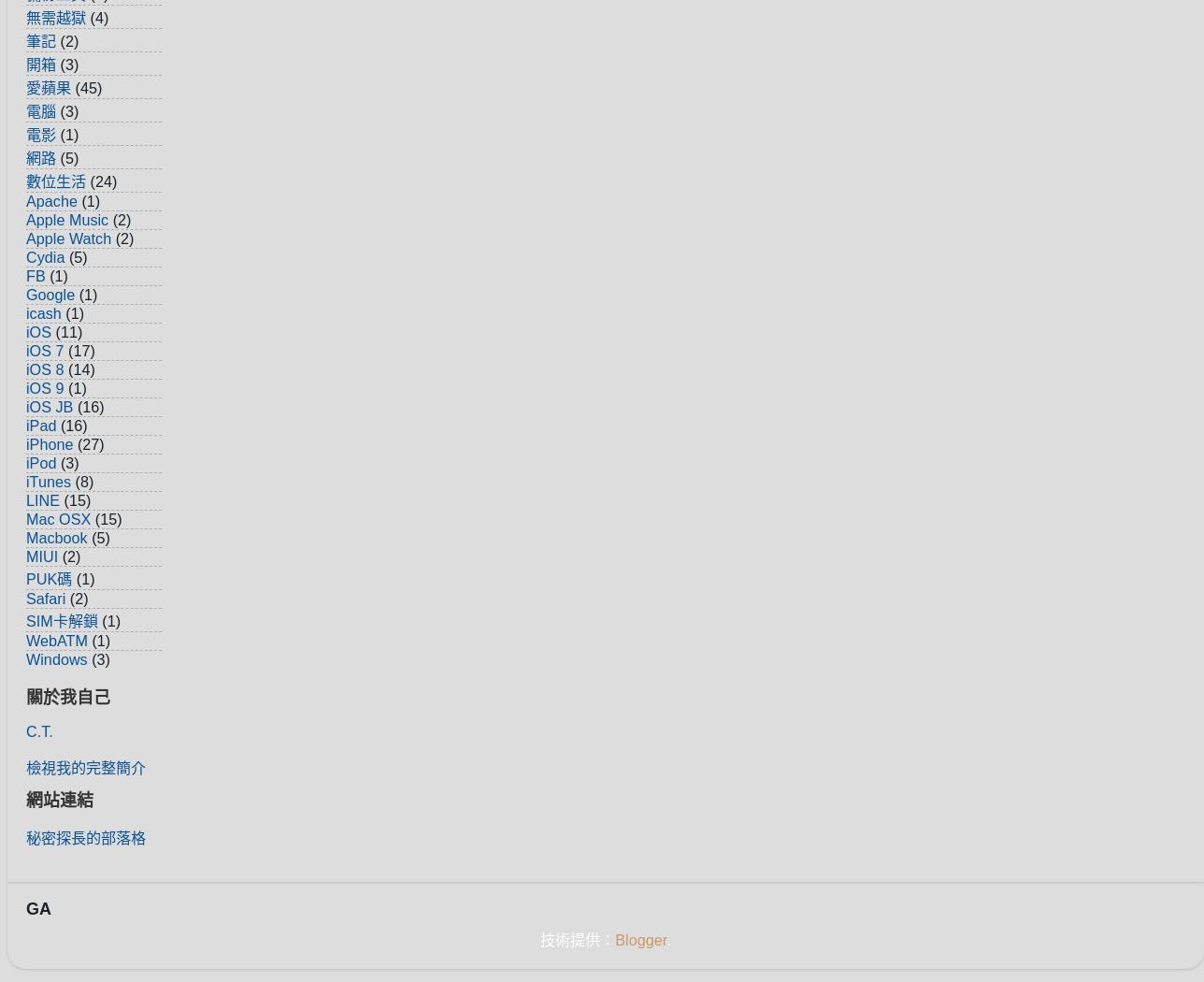 The image size is (1204, 982). I want to click on 'iOS 8', so click(45, 368).